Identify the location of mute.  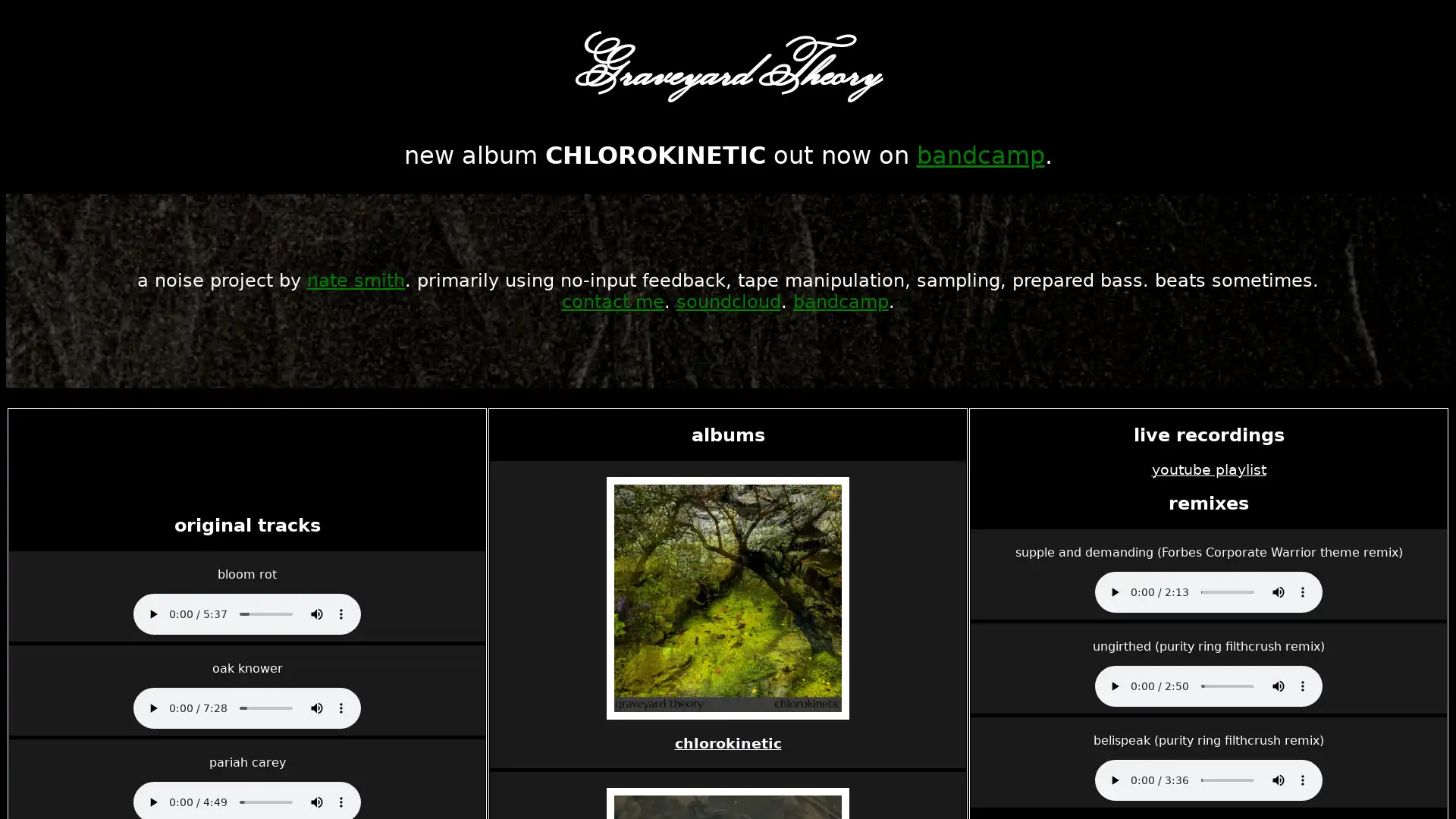
(315, 800).